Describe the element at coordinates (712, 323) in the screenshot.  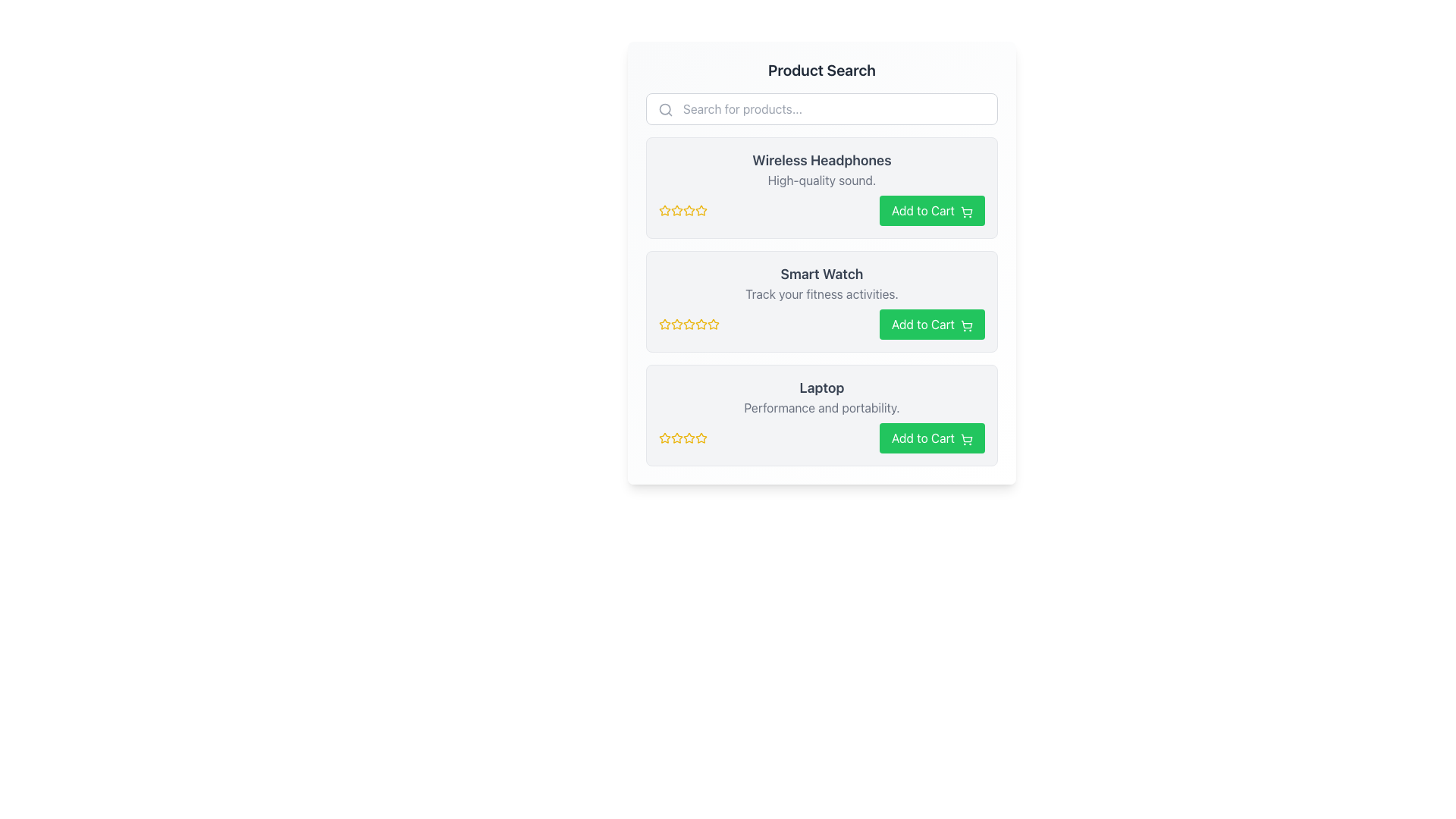
I see `the third yellow star icon in the rating system below the 'Smart Watch' text` at that location.